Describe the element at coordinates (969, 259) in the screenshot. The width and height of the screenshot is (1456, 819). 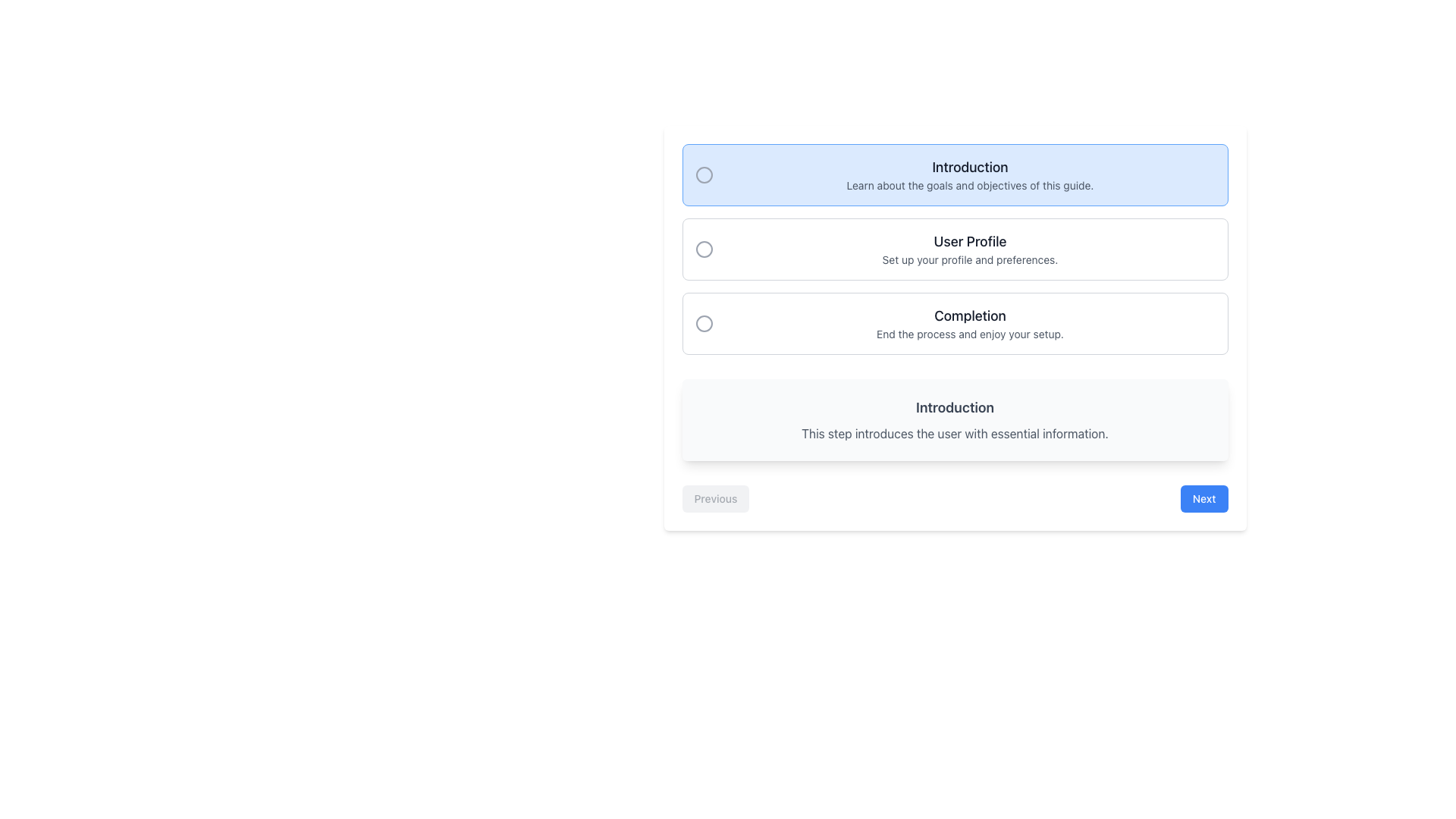
I see `the text label that displays 'Set up your profile and preferences.' which is located beneath the 'User Profile' heading` at that location.